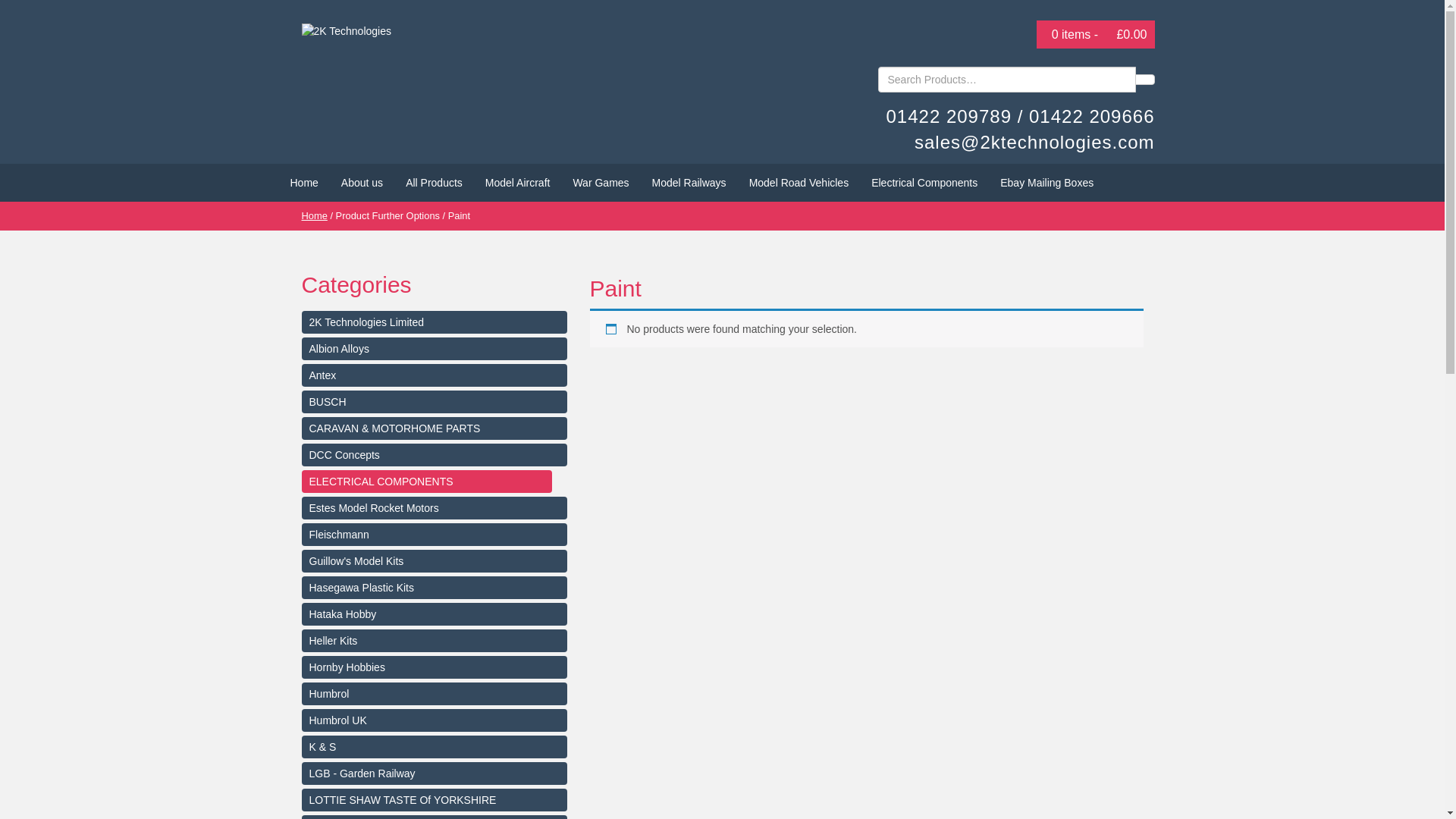 The image size is (1456, 819). I want to click on 'Humbrol UK', so click(433, 719).